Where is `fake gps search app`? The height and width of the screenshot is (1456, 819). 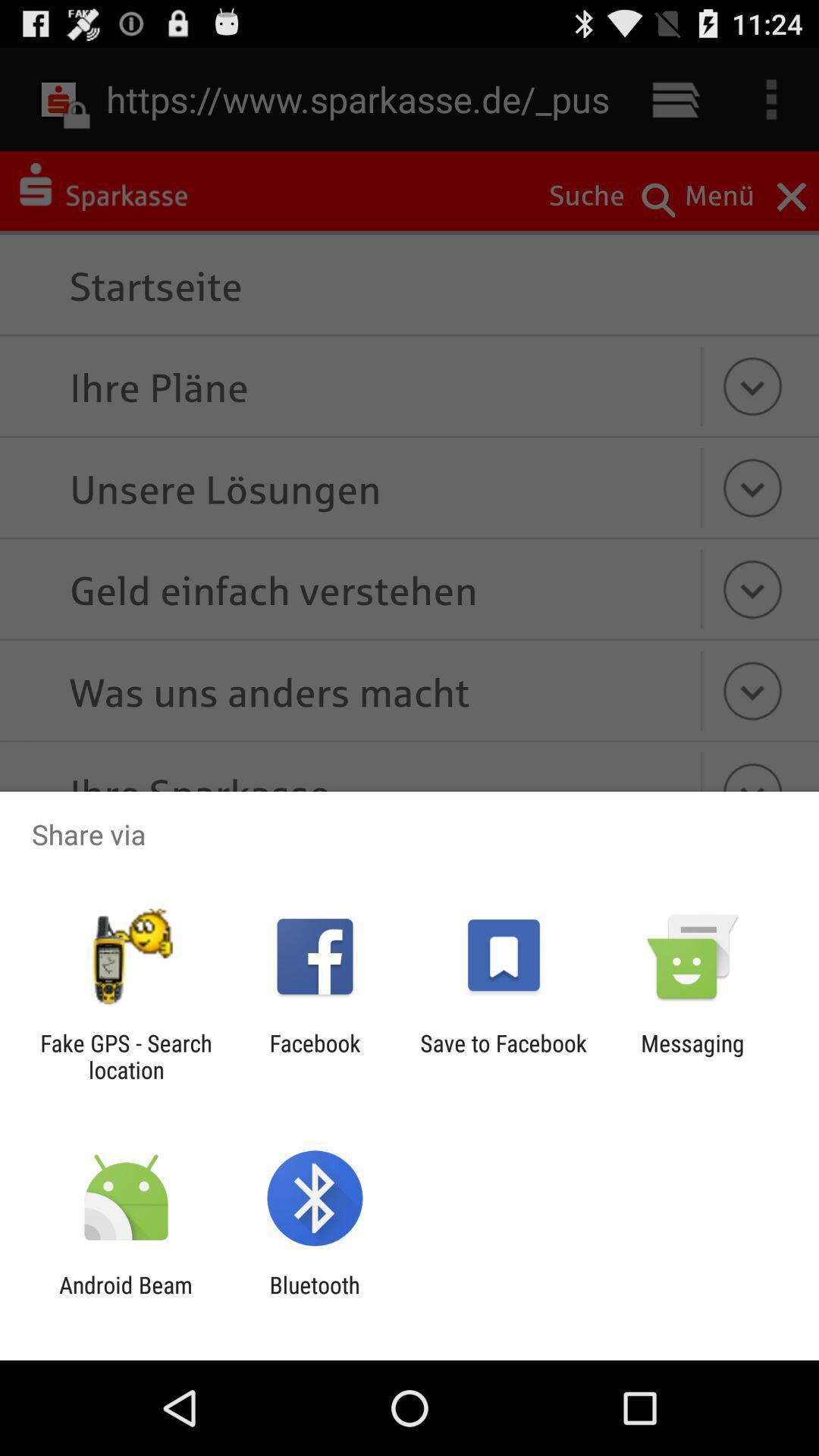
fake gps search app is located at coordinates (125, 1056).